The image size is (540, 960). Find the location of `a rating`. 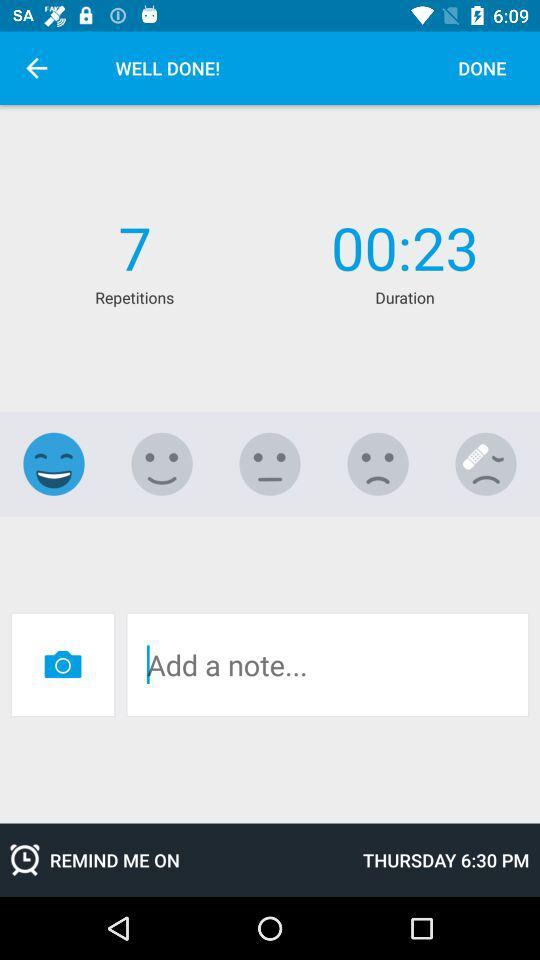

a rating is located at coordinates (270, 464).